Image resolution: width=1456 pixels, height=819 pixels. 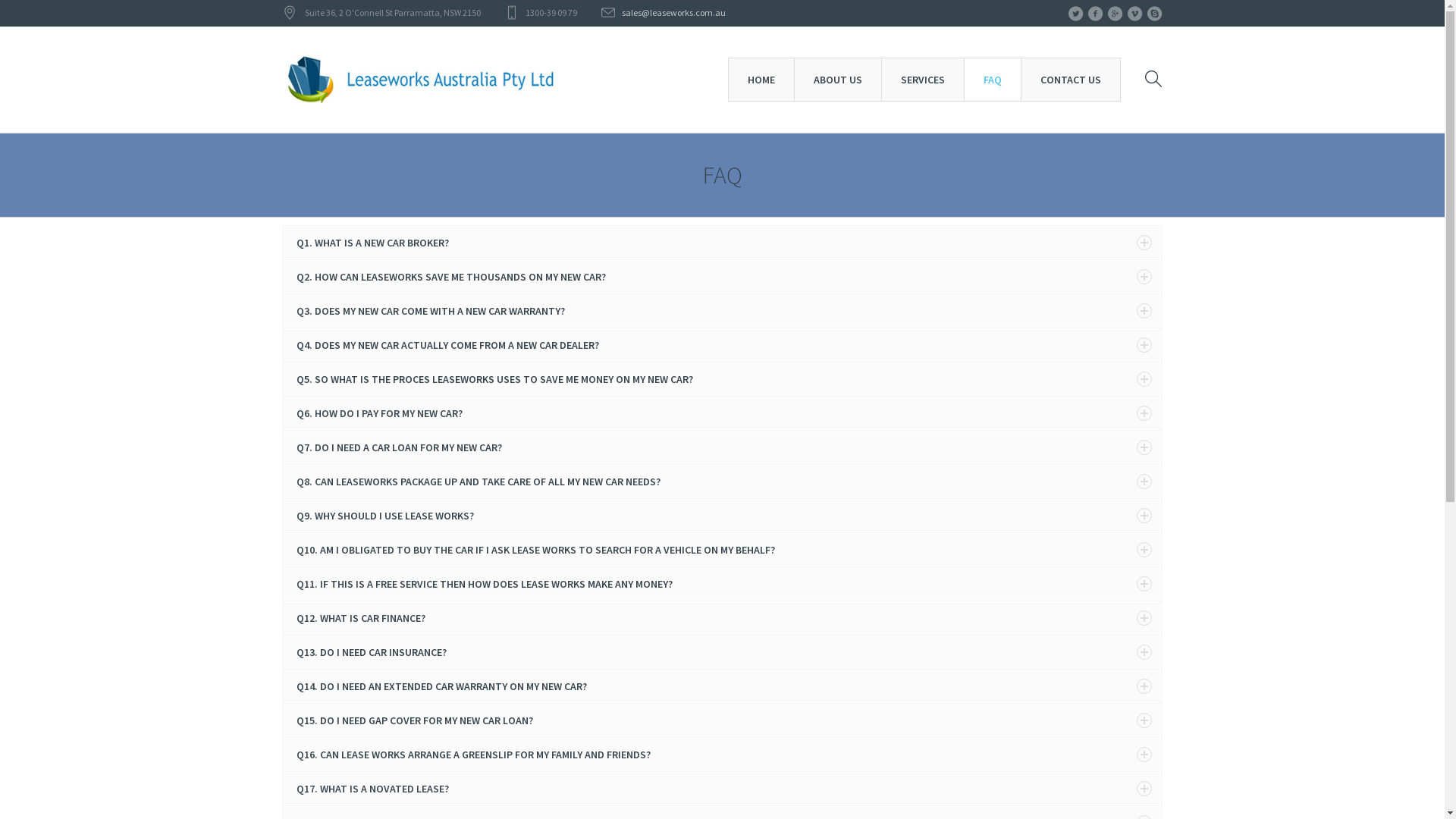 I want to click on 'sales@leaseworks.com.au', so click(x=622, y=12).